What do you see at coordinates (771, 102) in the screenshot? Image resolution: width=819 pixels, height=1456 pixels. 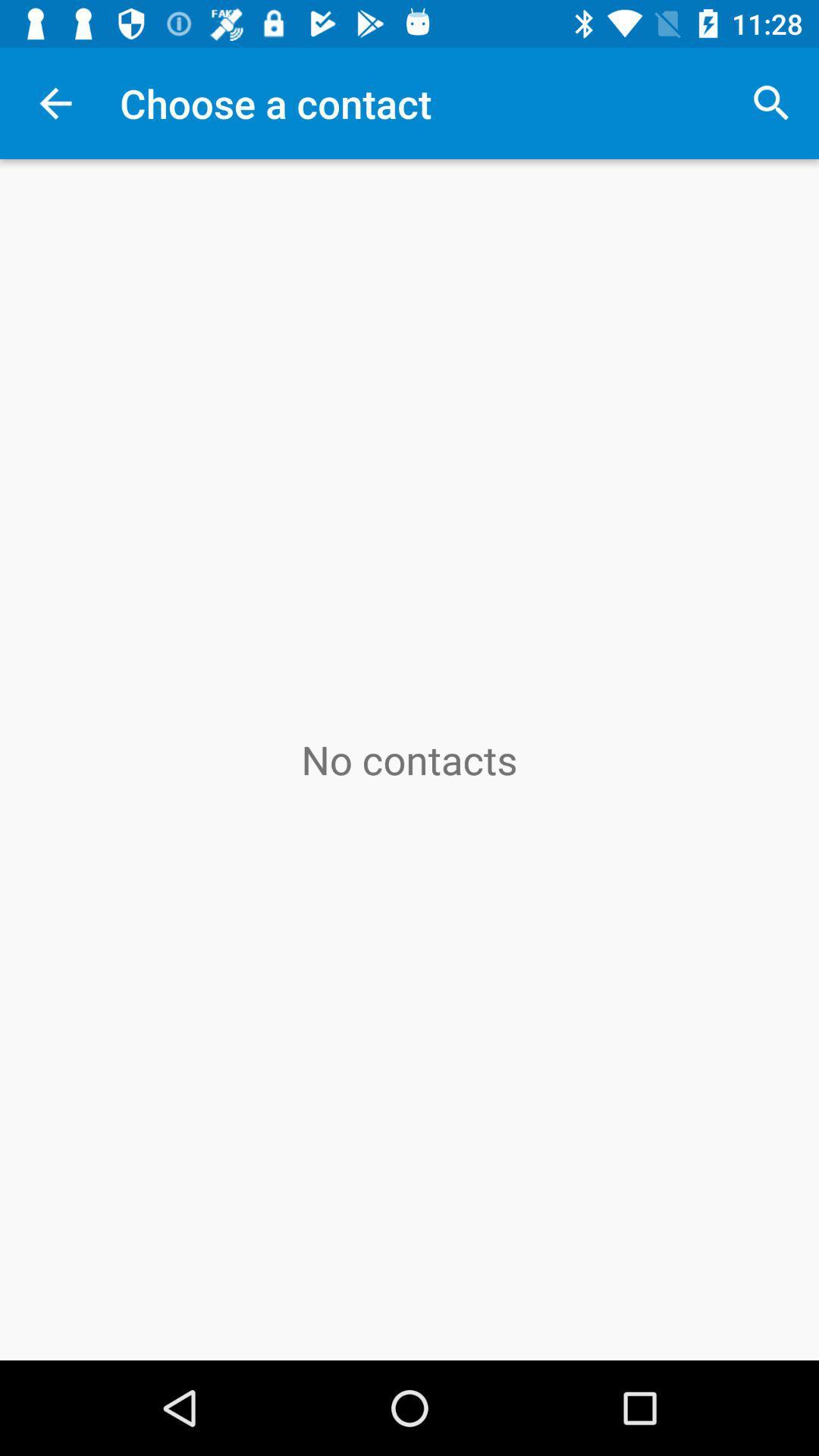 I see `the icon to the right of the choose a contact app` at bounding box center [771, 102].